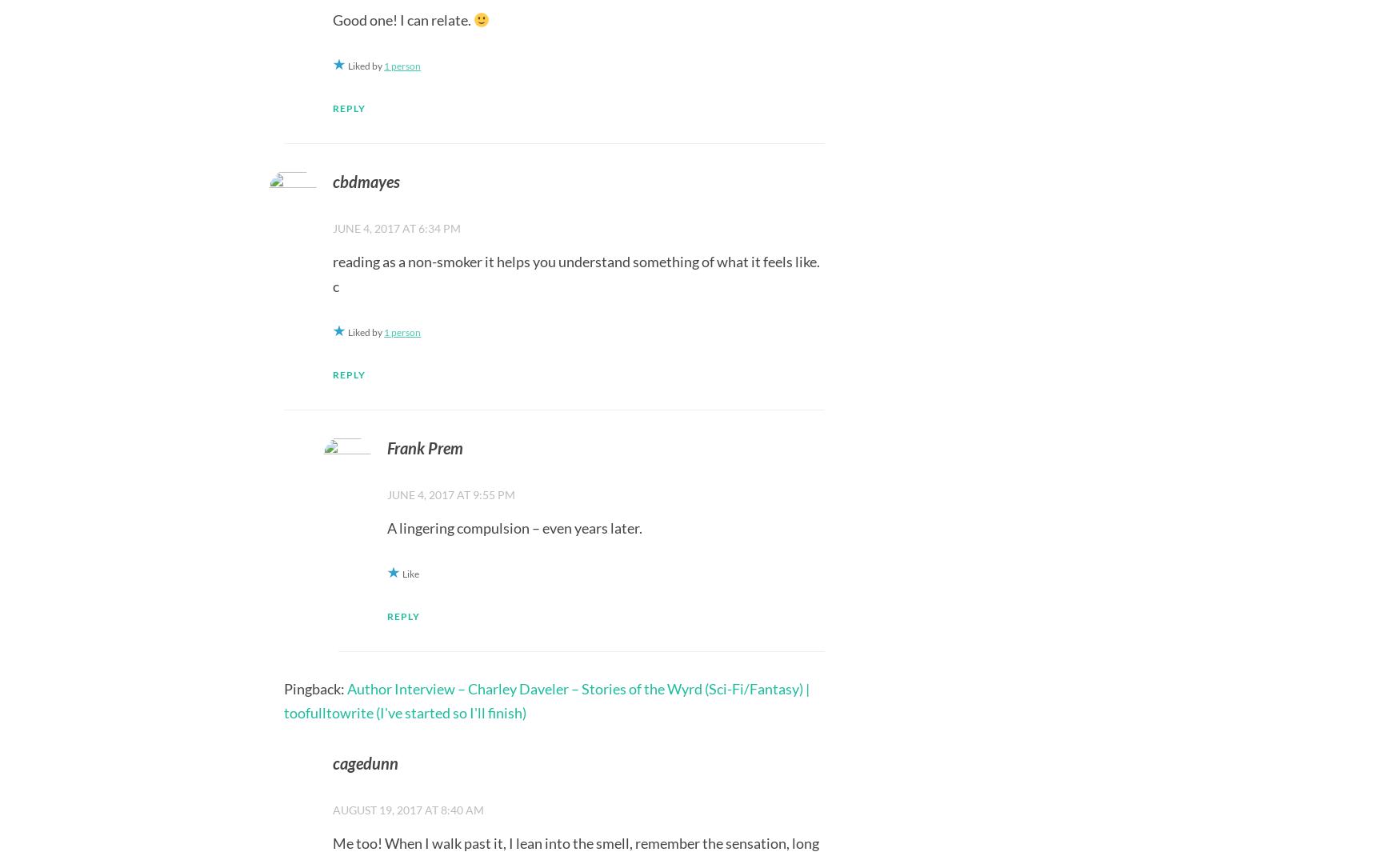 Image resolution: width=1400 pixels, height=856 pixels. I want to click on 'cbdmayes', so click(331, 180).